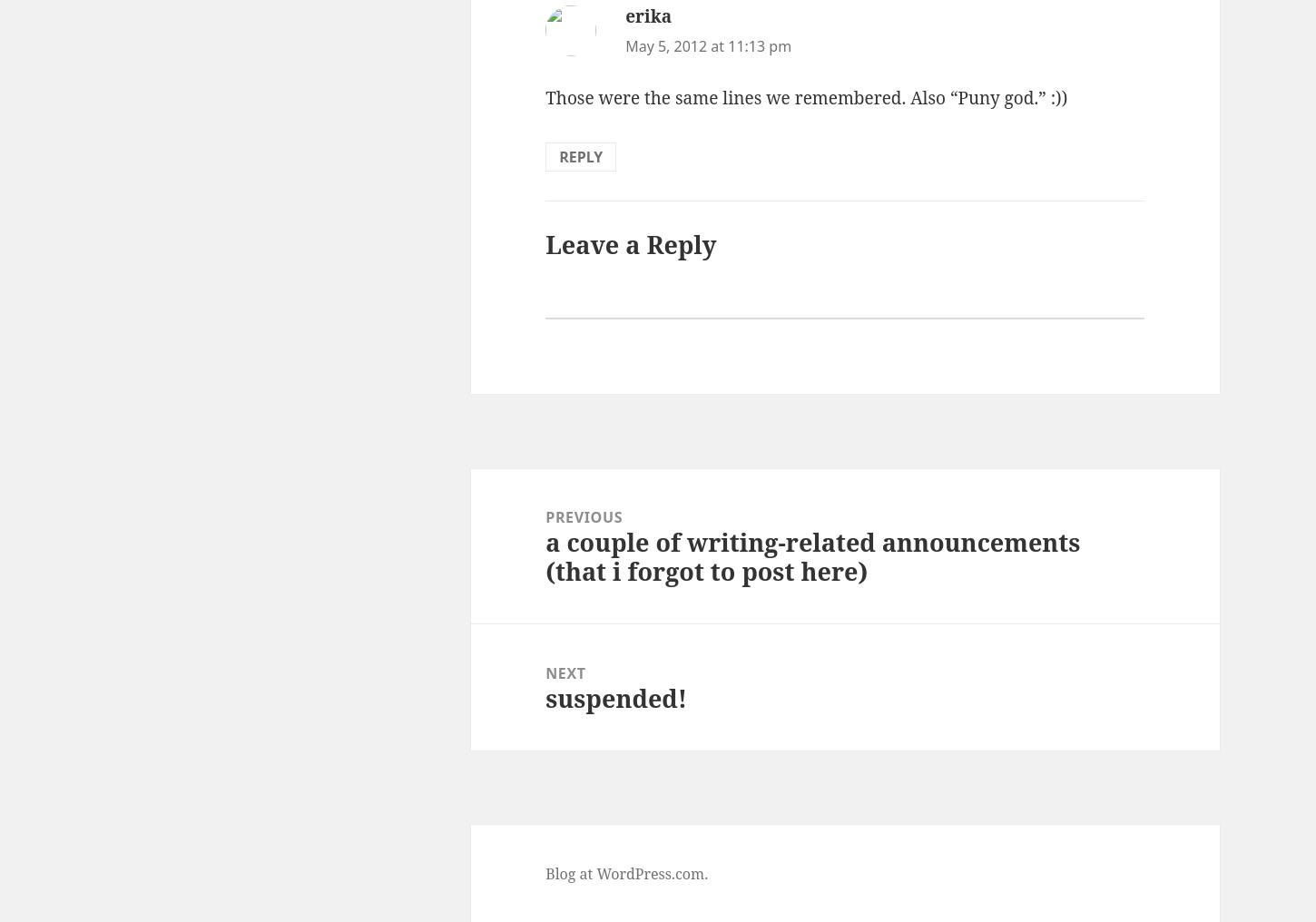 Image resolution: width=1316 pixels, height=922 pixels. I want to click on 'a couple of writing-related announcements (that i forgot to post here)', so click(811, 556).